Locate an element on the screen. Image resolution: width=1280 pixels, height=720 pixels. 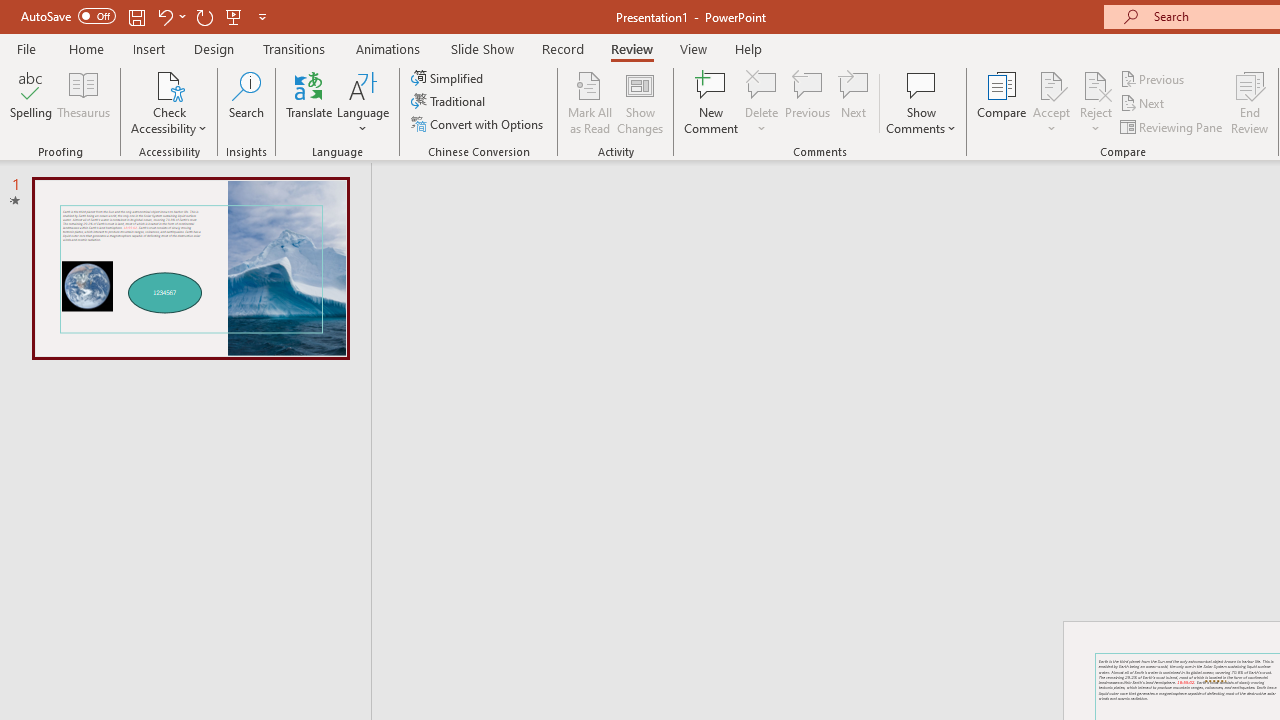
'Previous' is located at coordinates (1153, 78).